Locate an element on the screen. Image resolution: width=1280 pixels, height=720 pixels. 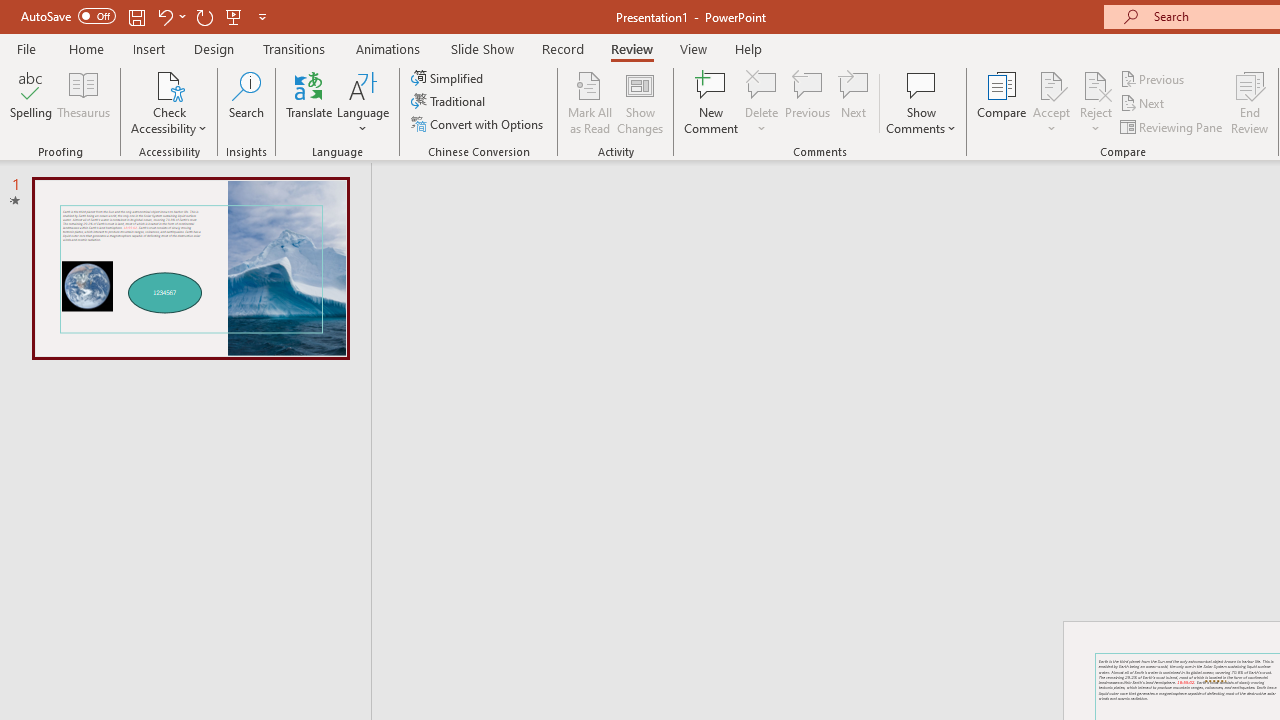
'Previous' is located at coordinates (1153, 78).